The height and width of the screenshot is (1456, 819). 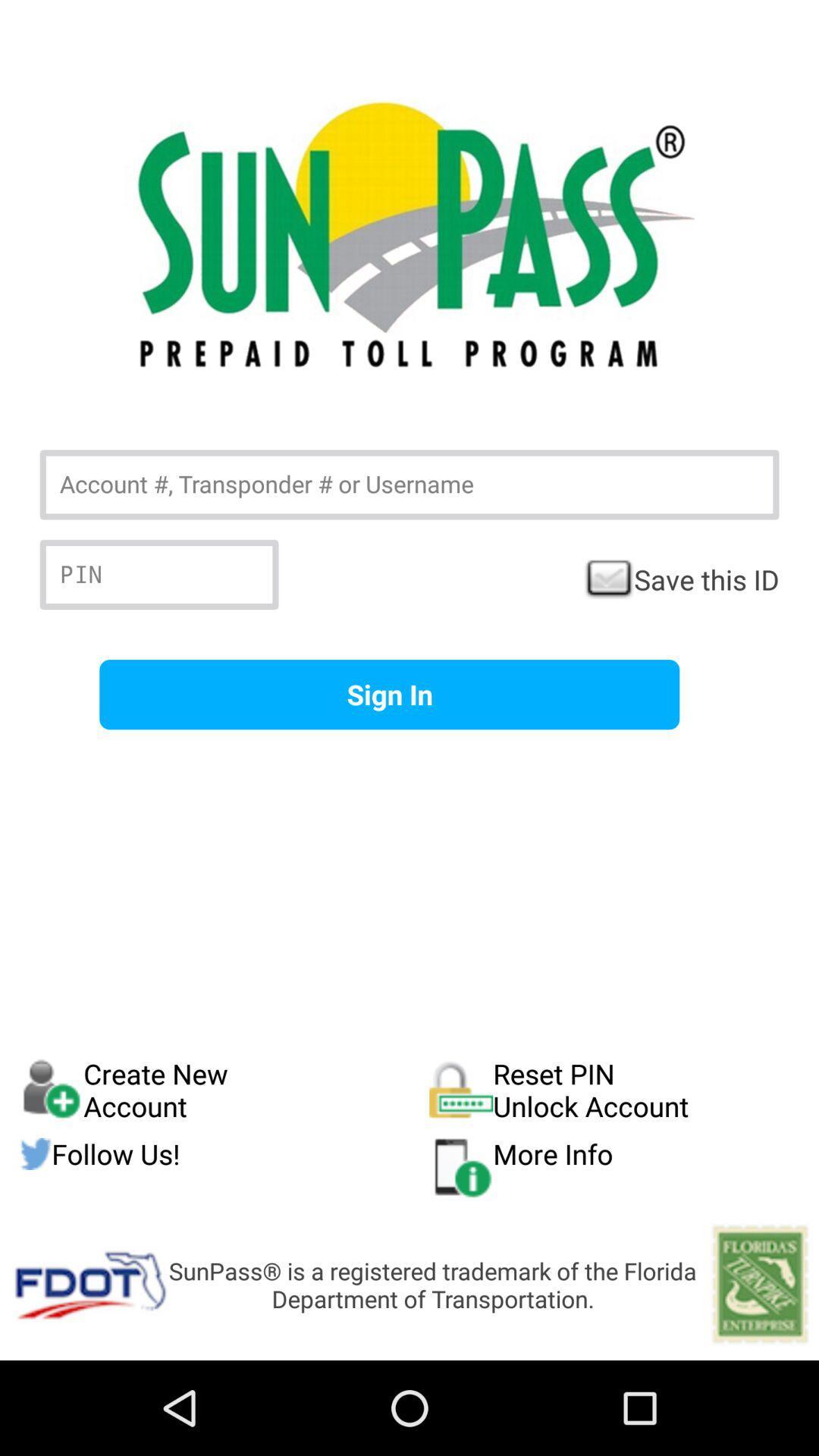 I want to click on icon next to reset pin unlock item, so click(x=224, y=1153).